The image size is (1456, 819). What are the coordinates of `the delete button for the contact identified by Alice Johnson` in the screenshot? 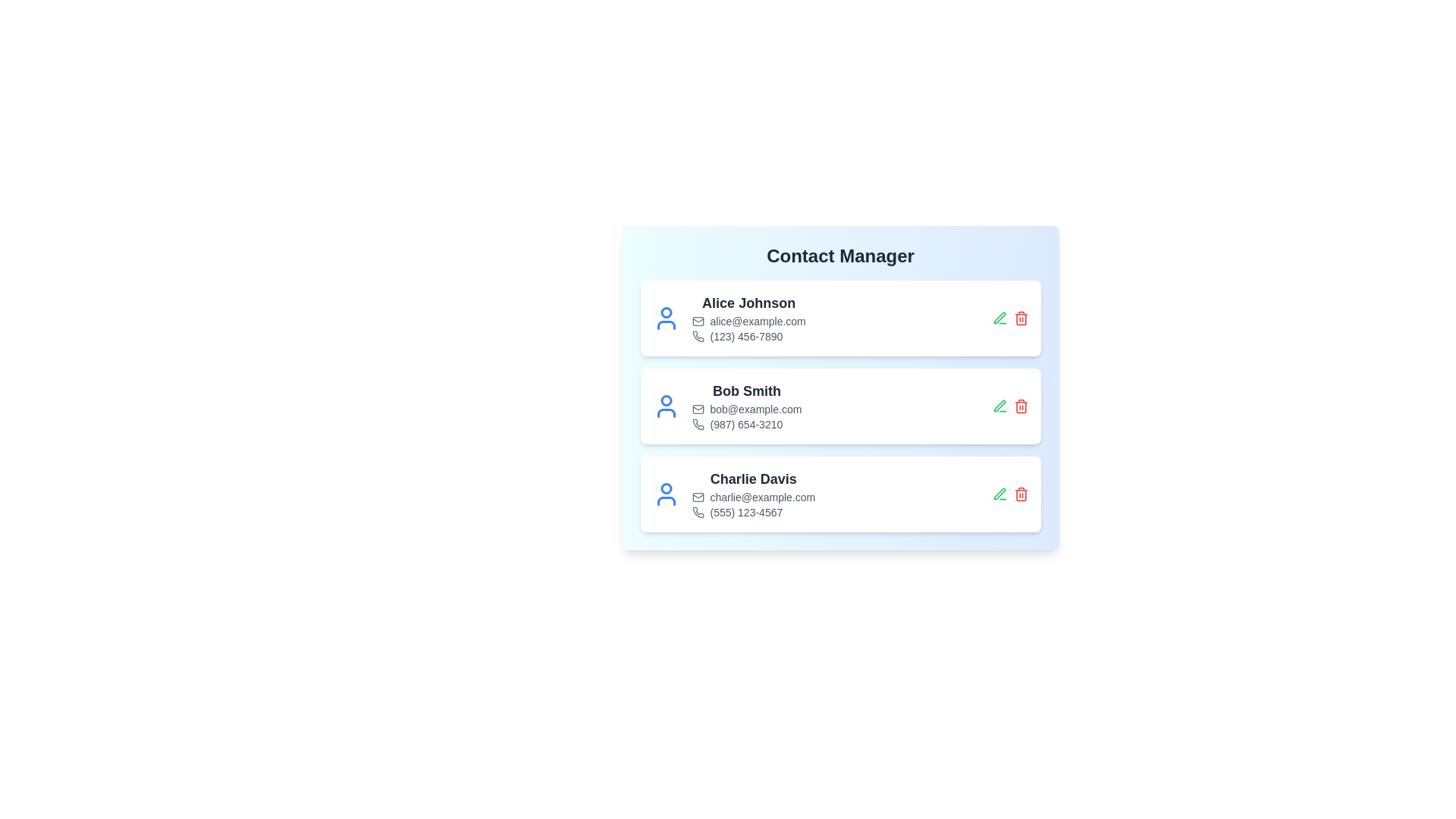 It's located at (1021, 318).